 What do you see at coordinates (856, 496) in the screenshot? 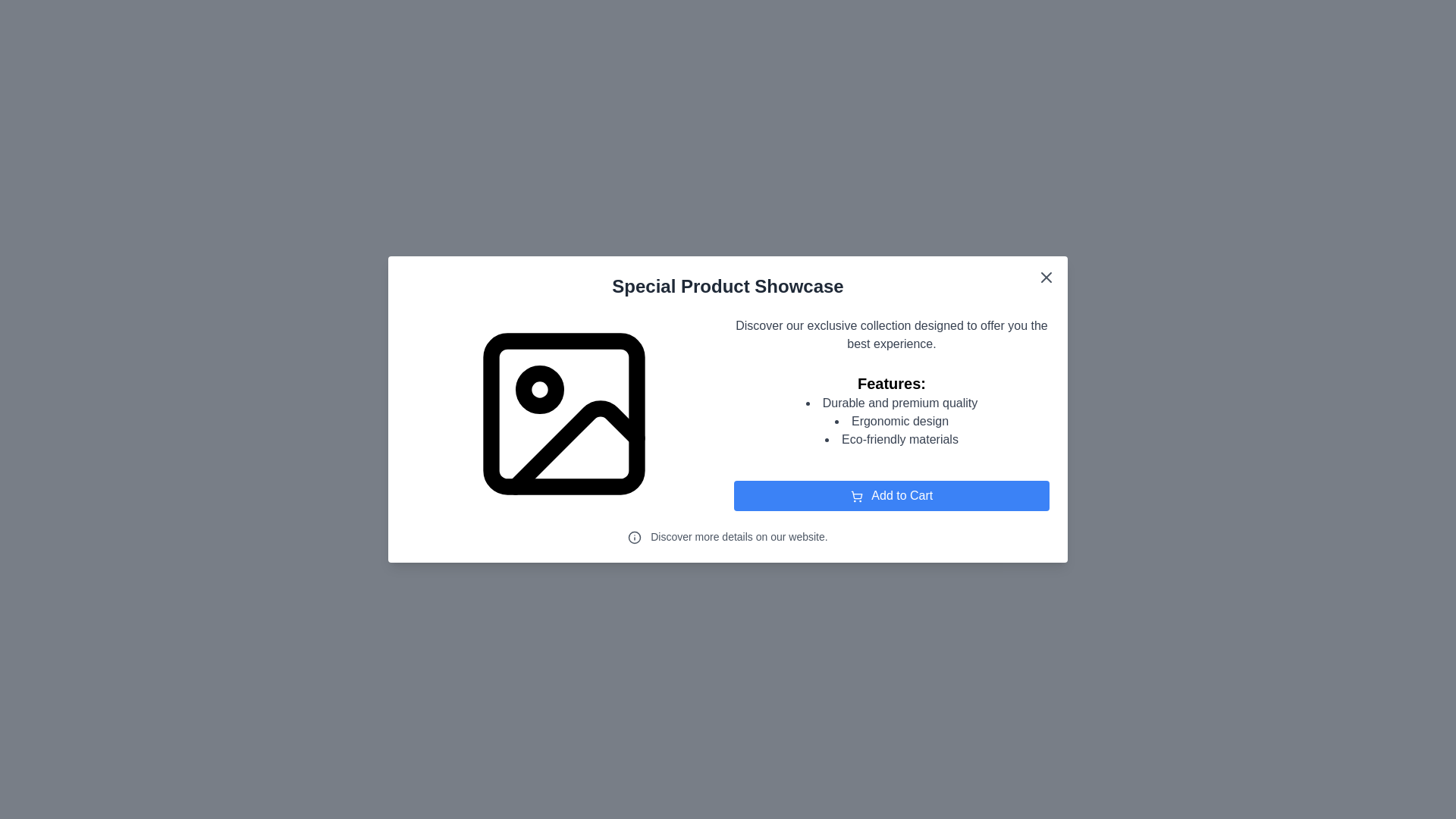
I see `the small shopping cart icon located within the 'Add to Cart' button, which is styled with a white stroke on a blue background` at bounding box center [856, 496].